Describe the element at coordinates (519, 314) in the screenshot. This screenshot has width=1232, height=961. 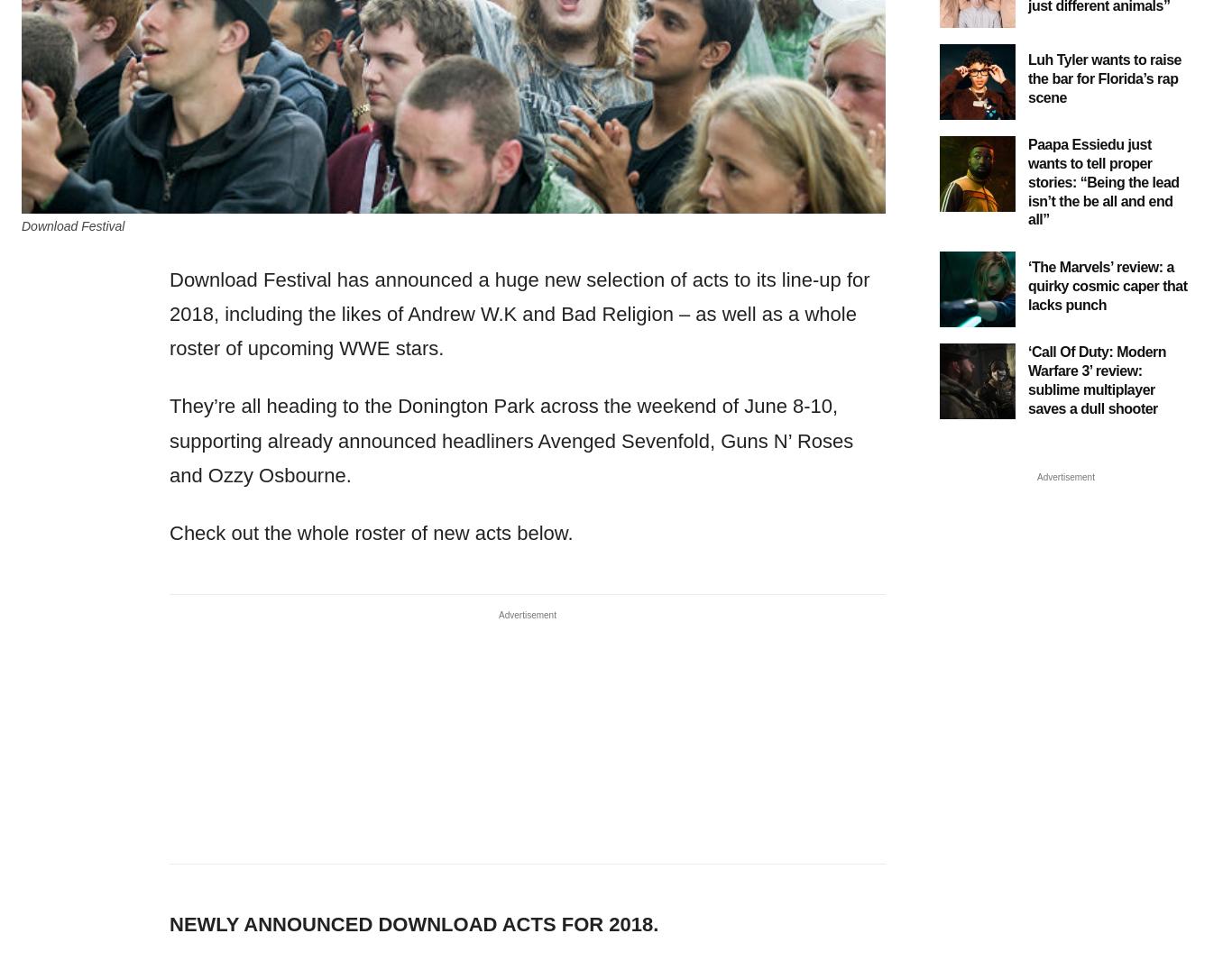
I see `'Download Festival has announced a huge new selection of acts to its line-up for 2018, including the likes of Andrew W.K and Bad Religion – as well as a whole roster of upcoming WWE stars.'` at that location.